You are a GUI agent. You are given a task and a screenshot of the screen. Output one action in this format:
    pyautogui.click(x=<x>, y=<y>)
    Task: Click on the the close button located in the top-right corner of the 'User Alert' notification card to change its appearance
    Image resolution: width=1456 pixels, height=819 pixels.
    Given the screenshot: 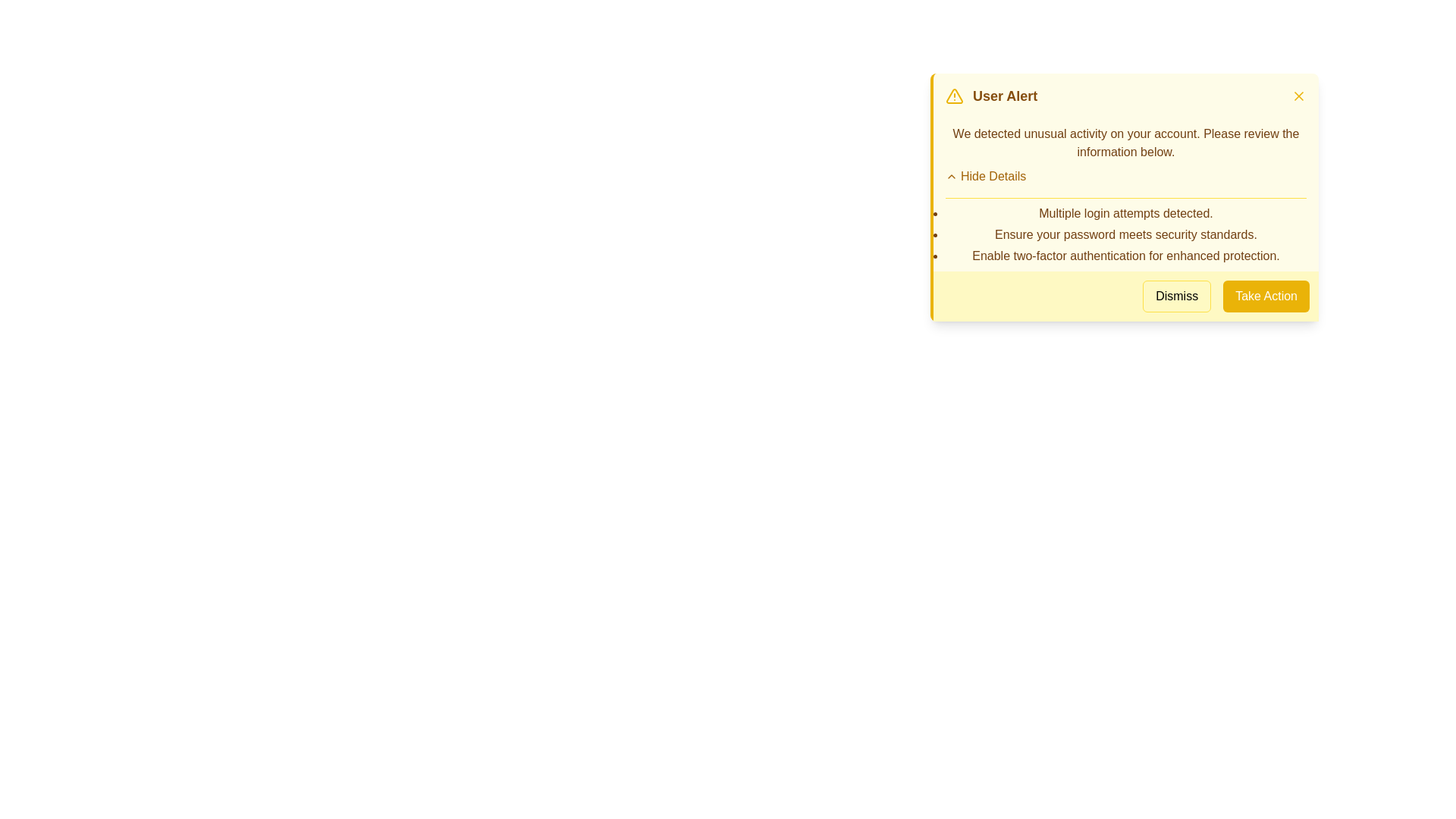 What is the action you would take?
    pyautogui.click(x=1298, y=96)
    